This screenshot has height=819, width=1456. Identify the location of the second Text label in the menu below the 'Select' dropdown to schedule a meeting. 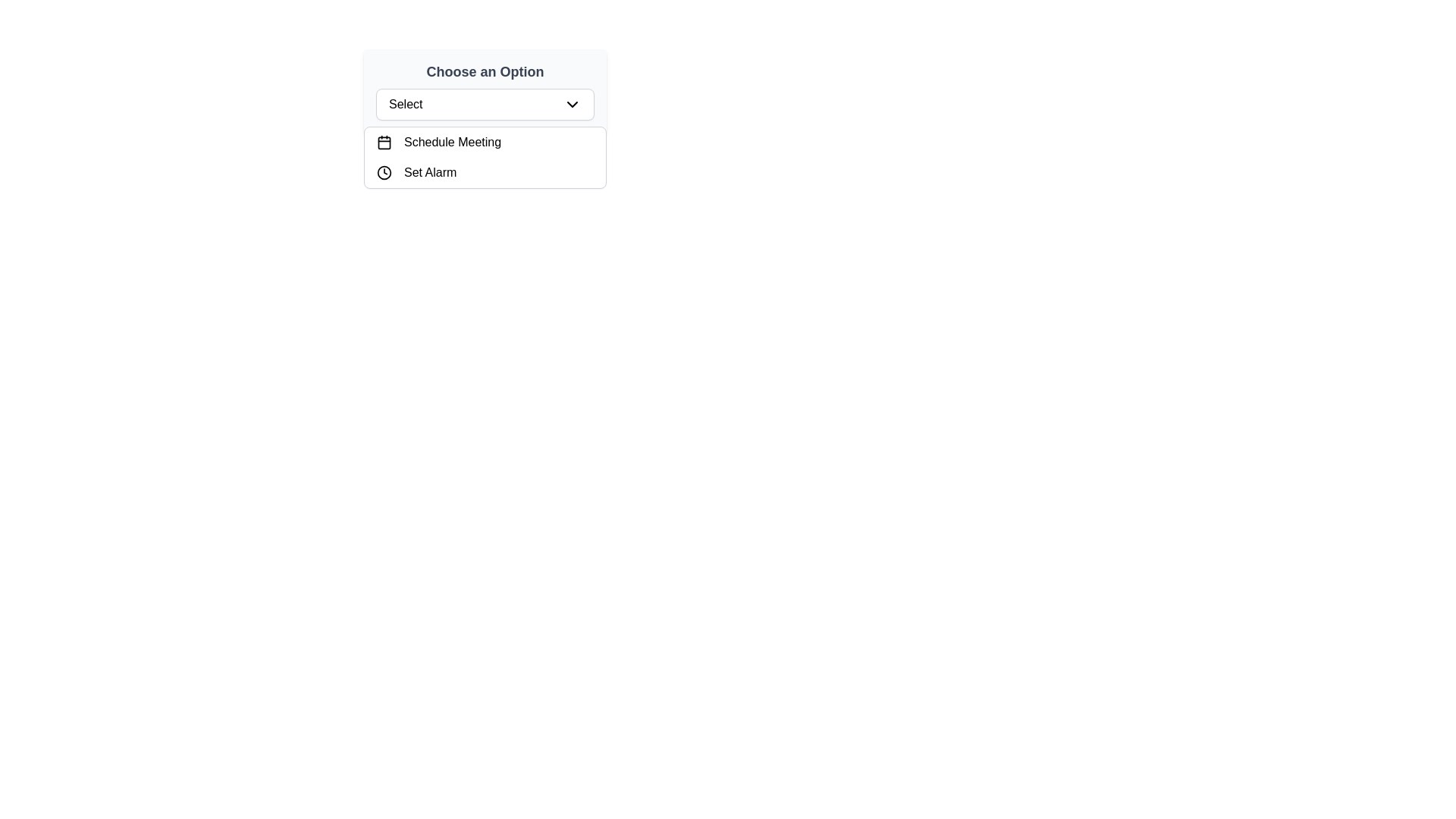
(452, 143).